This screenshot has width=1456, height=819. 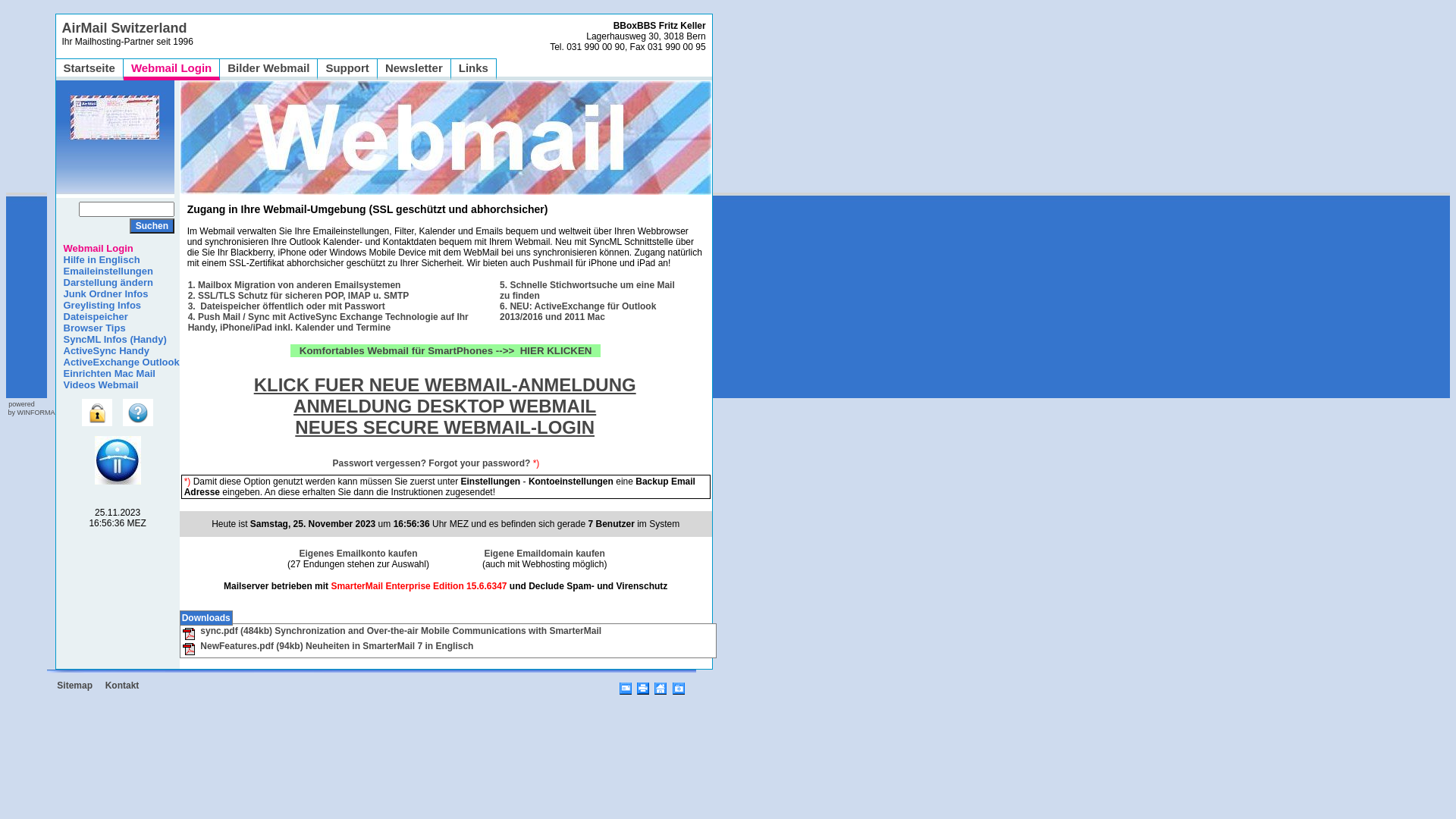 I want to click on 'Suchen', so click(x=152, y=225).